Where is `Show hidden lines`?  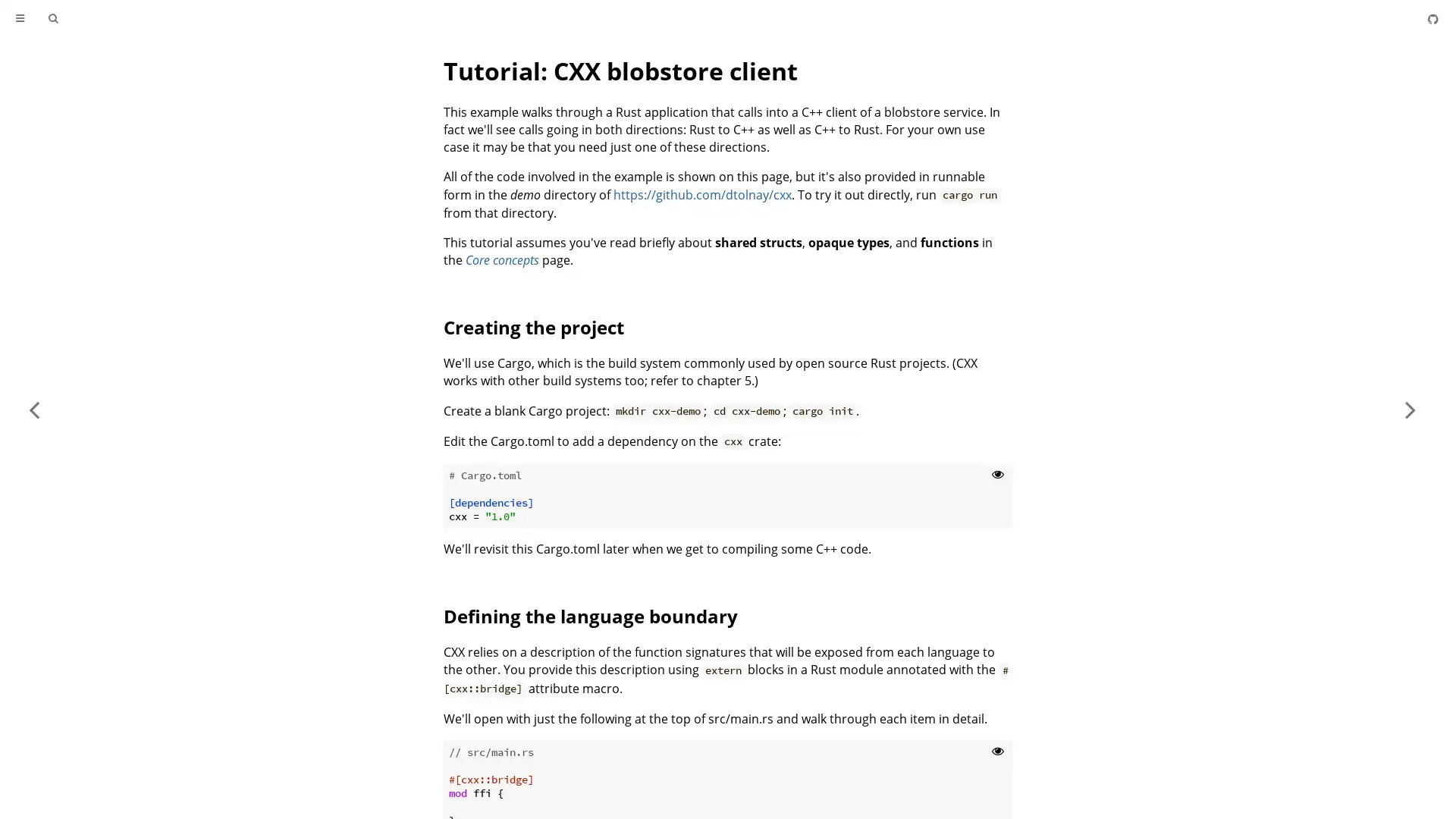 Show hidden lines is located at coordinates (997, 748).